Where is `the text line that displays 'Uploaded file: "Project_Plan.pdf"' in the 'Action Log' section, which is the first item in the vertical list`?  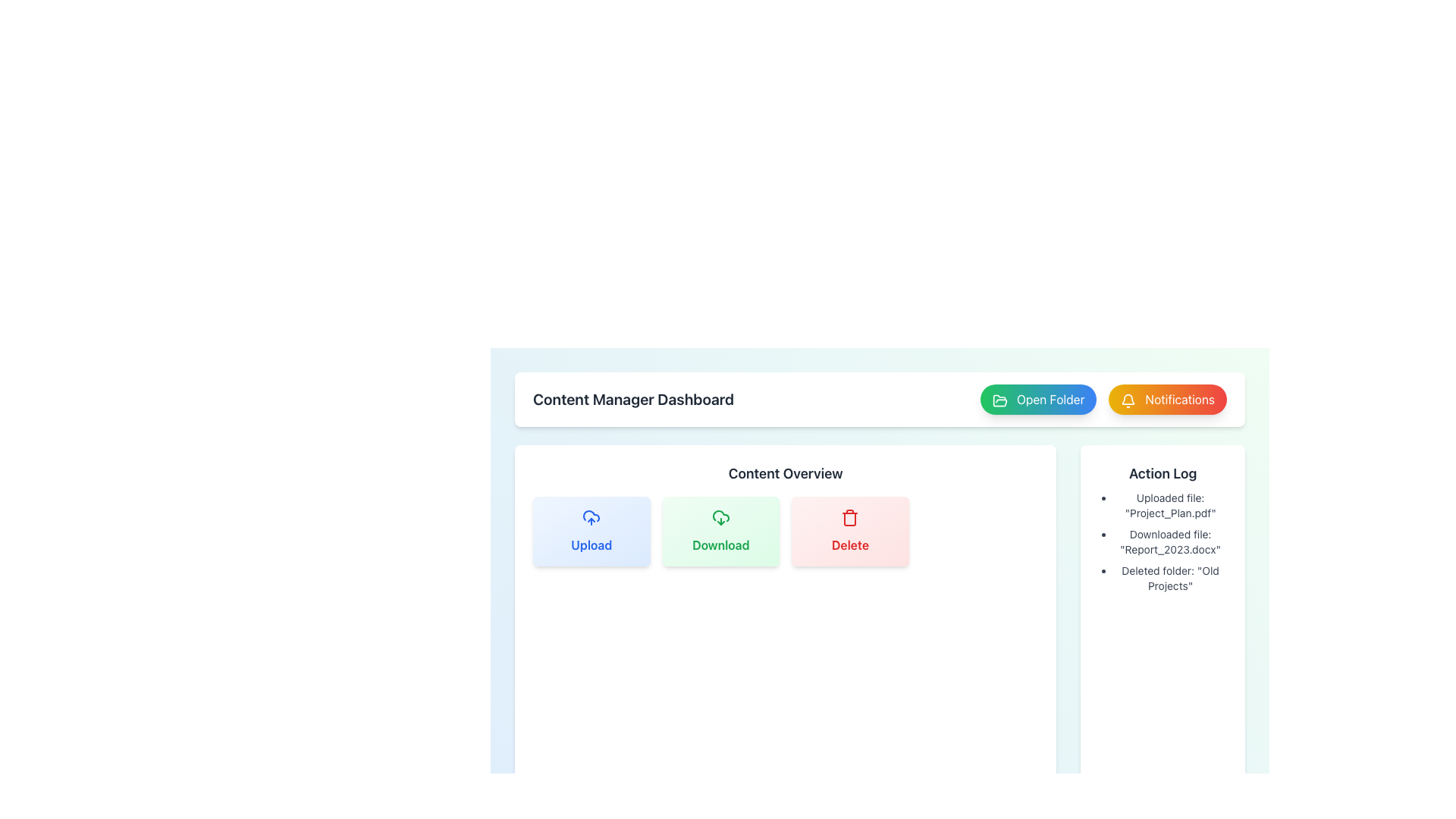
the text line that displays 'Uploaded file: "Project_Plan.pdf"' in the 'Action Log' section, which is the first item in the vertical list is located at coordinates (1169, 506).